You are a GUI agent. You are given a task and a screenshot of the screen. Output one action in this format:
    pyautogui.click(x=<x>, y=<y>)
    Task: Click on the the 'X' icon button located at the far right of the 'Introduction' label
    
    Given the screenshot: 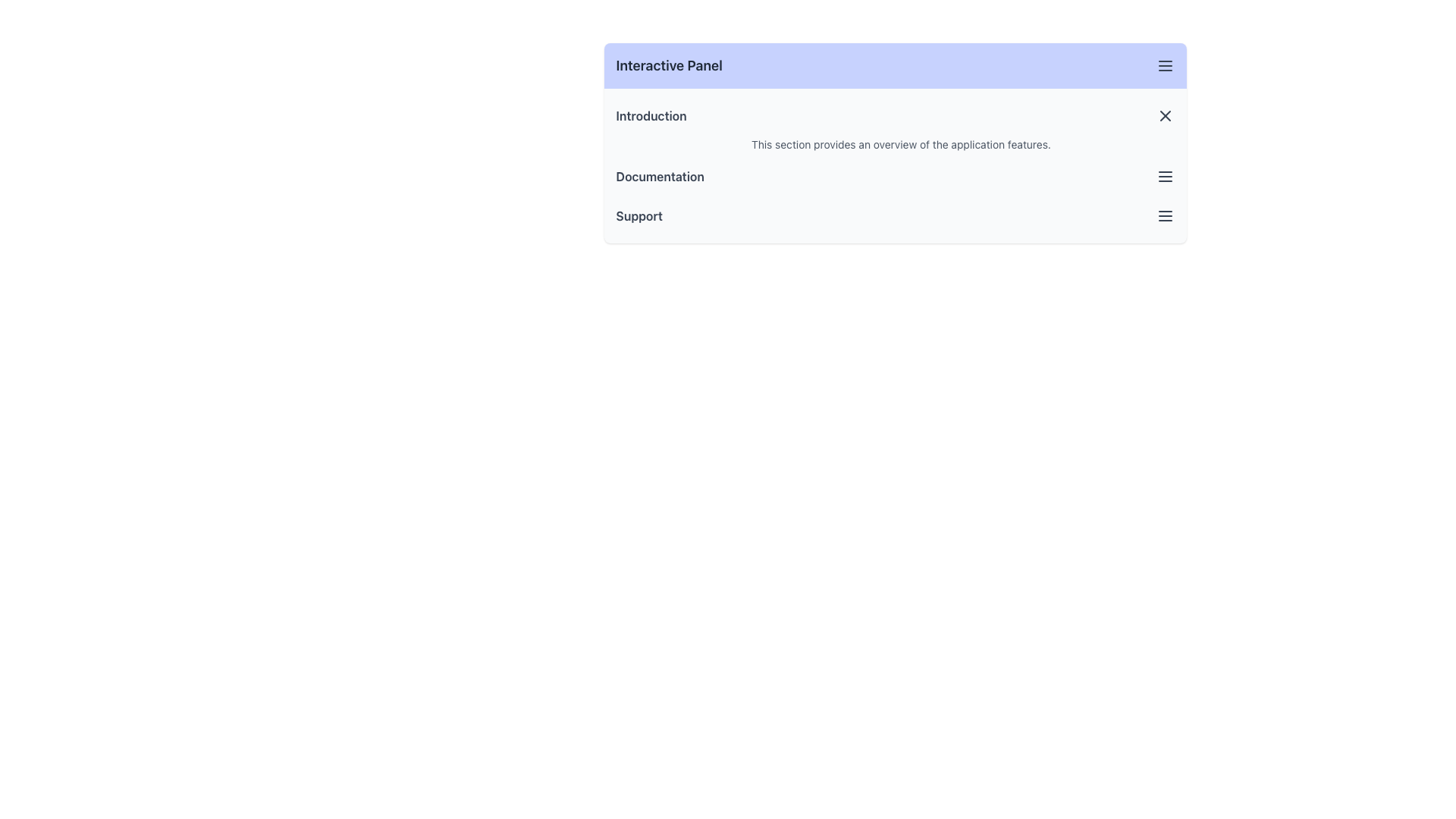 What is the action you would take?
    pyautogui.click(x=1164, y=115)
    